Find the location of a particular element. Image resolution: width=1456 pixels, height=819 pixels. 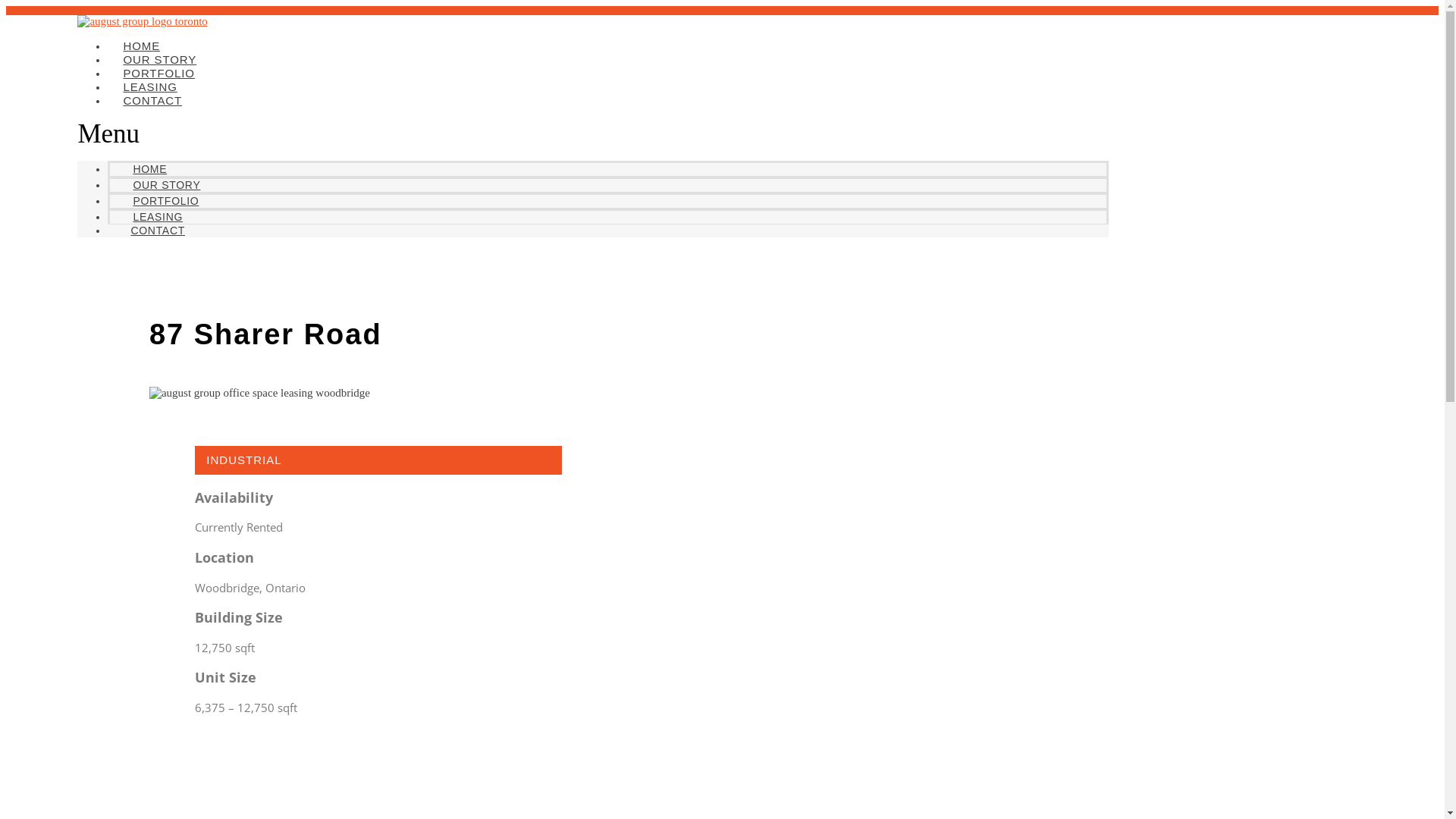

'LEASING' is located at coordinates (157, 216).